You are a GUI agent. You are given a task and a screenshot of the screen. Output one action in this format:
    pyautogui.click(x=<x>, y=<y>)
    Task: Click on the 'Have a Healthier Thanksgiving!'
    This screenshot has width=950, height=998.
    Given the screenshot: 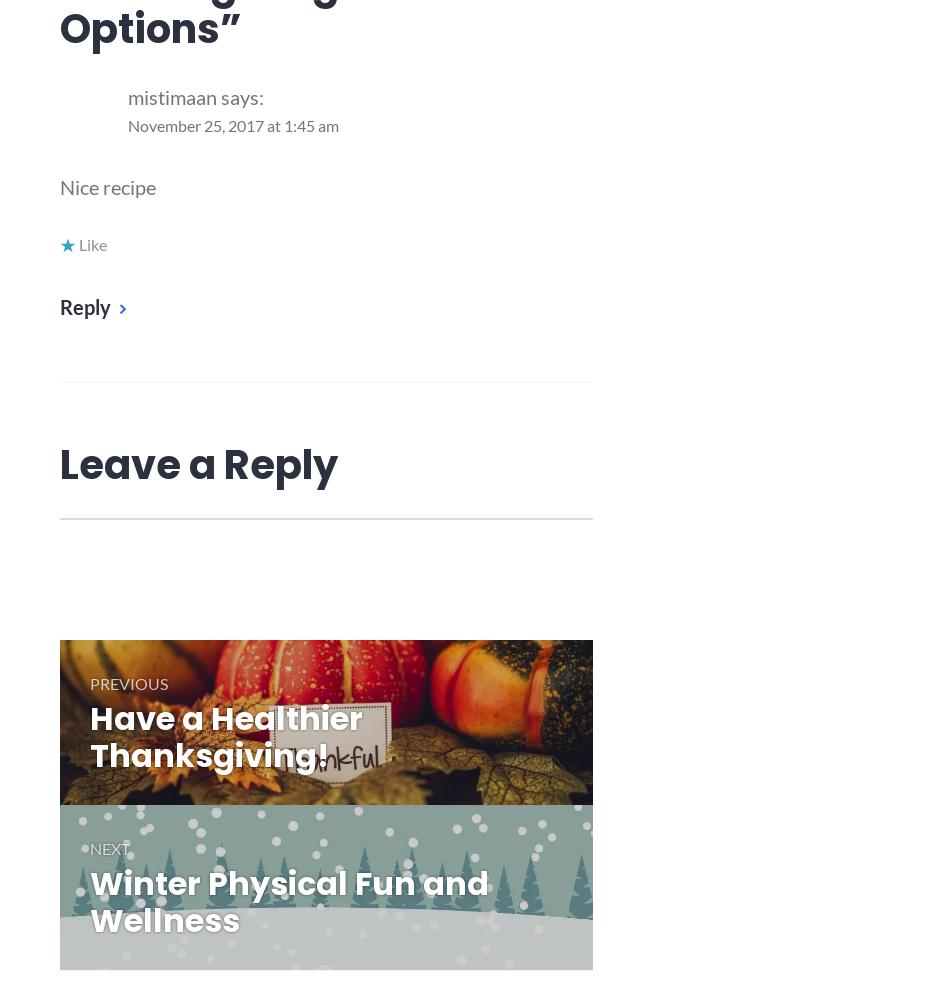 What is the action you would take?
    pyautogui.click(x=226, y=736)
    